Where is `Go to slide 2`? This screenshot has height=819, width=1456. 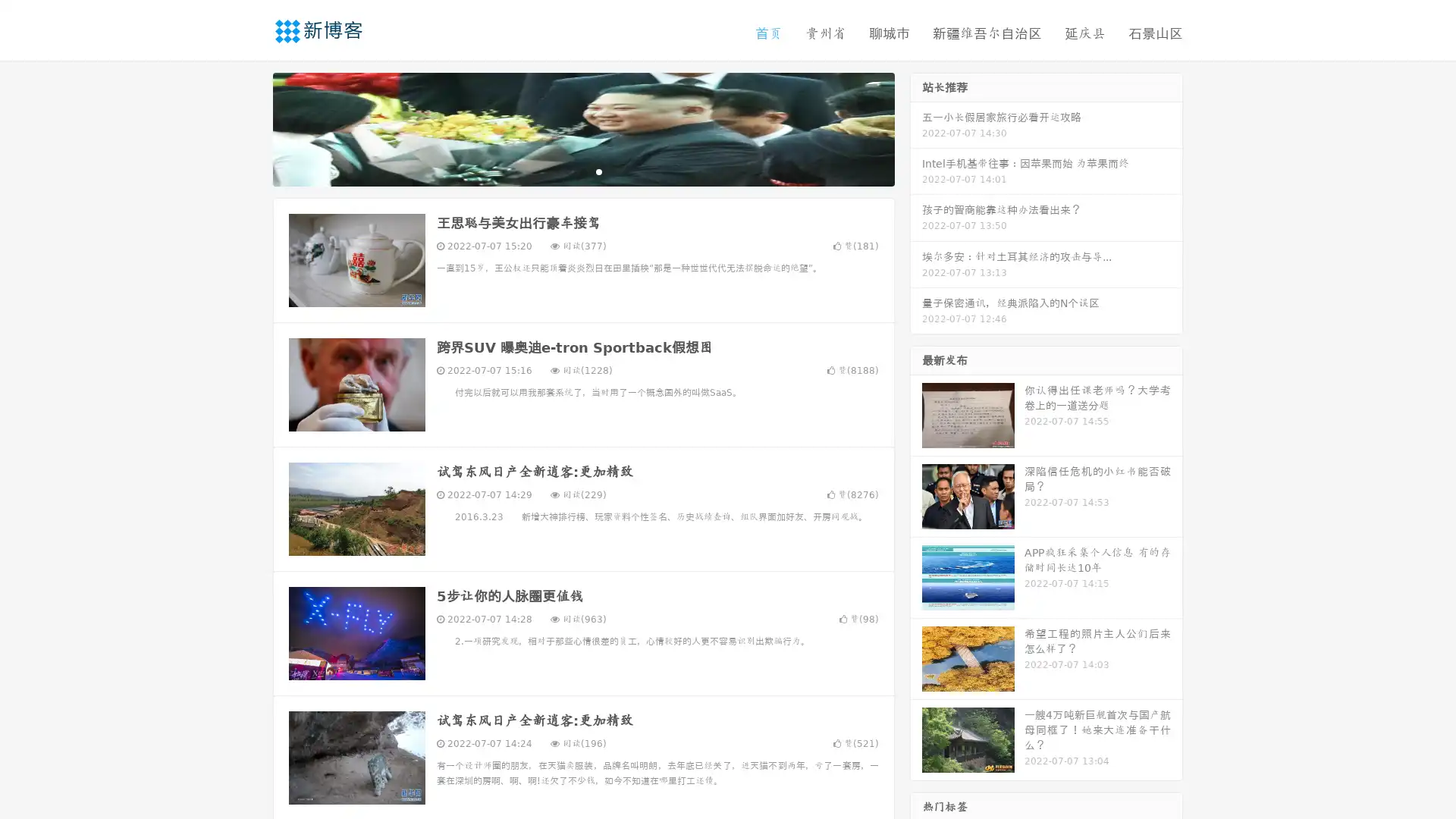 Go to slide 2 is located at coordinates (582, 171).